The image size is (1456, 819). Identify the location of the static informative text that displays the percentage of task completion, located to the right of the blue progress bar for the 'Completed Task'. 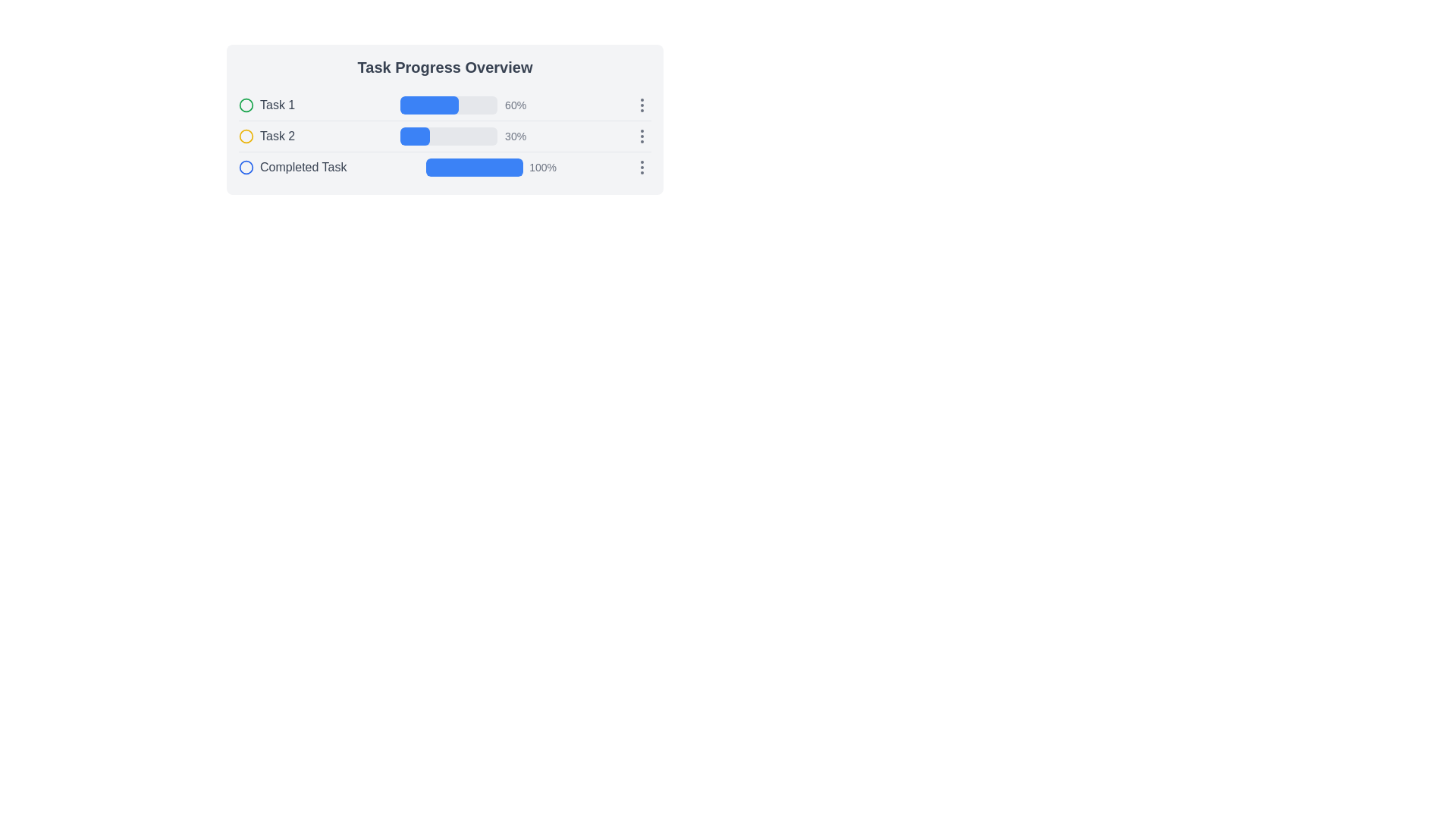
(541, 167).